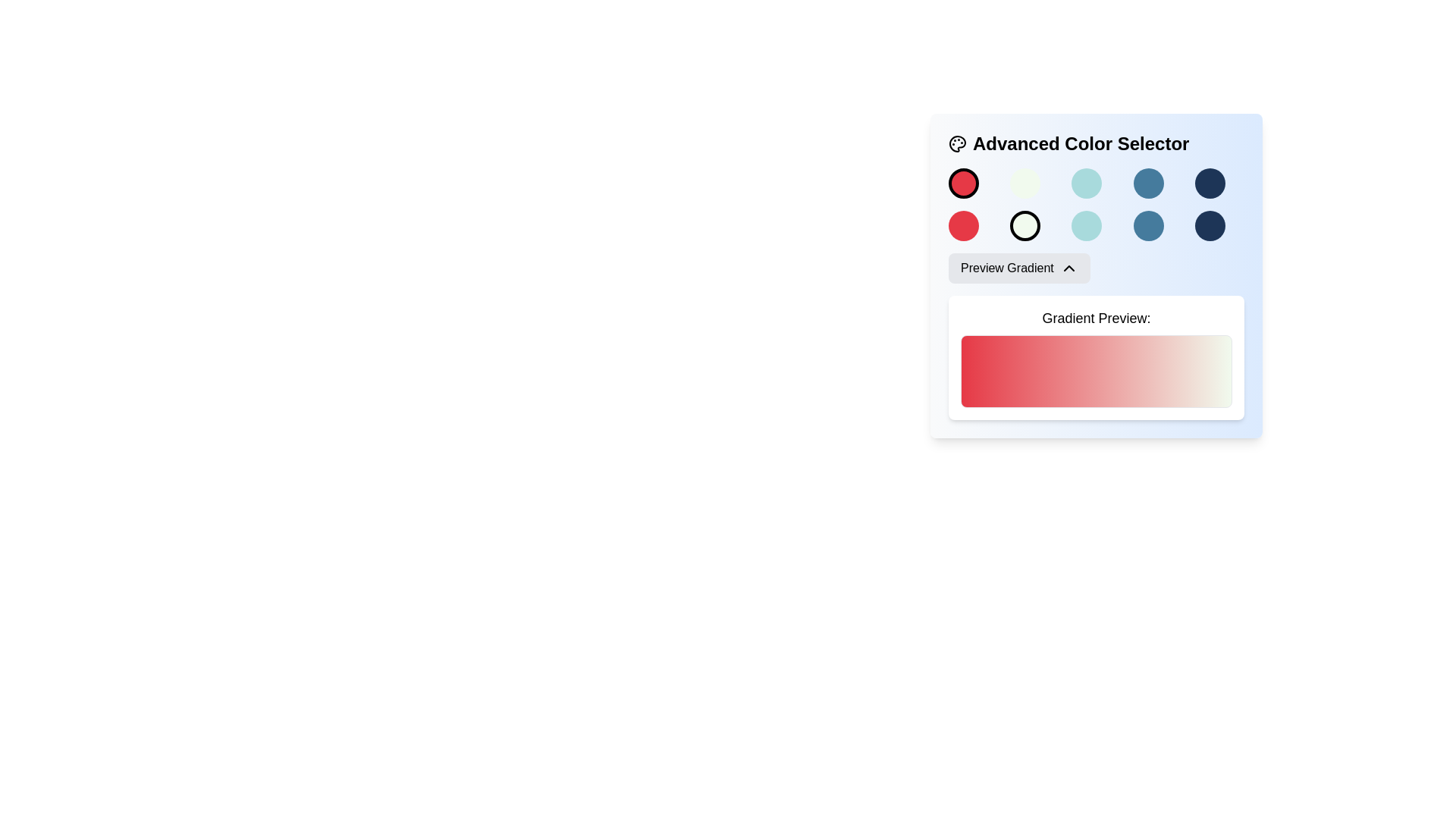 Image resolution: width=1456 pixels, height=819 pixels. Describe the element at coordinates (1086, 225) in the screenshot. I see `the secondary color selection button` at that location.